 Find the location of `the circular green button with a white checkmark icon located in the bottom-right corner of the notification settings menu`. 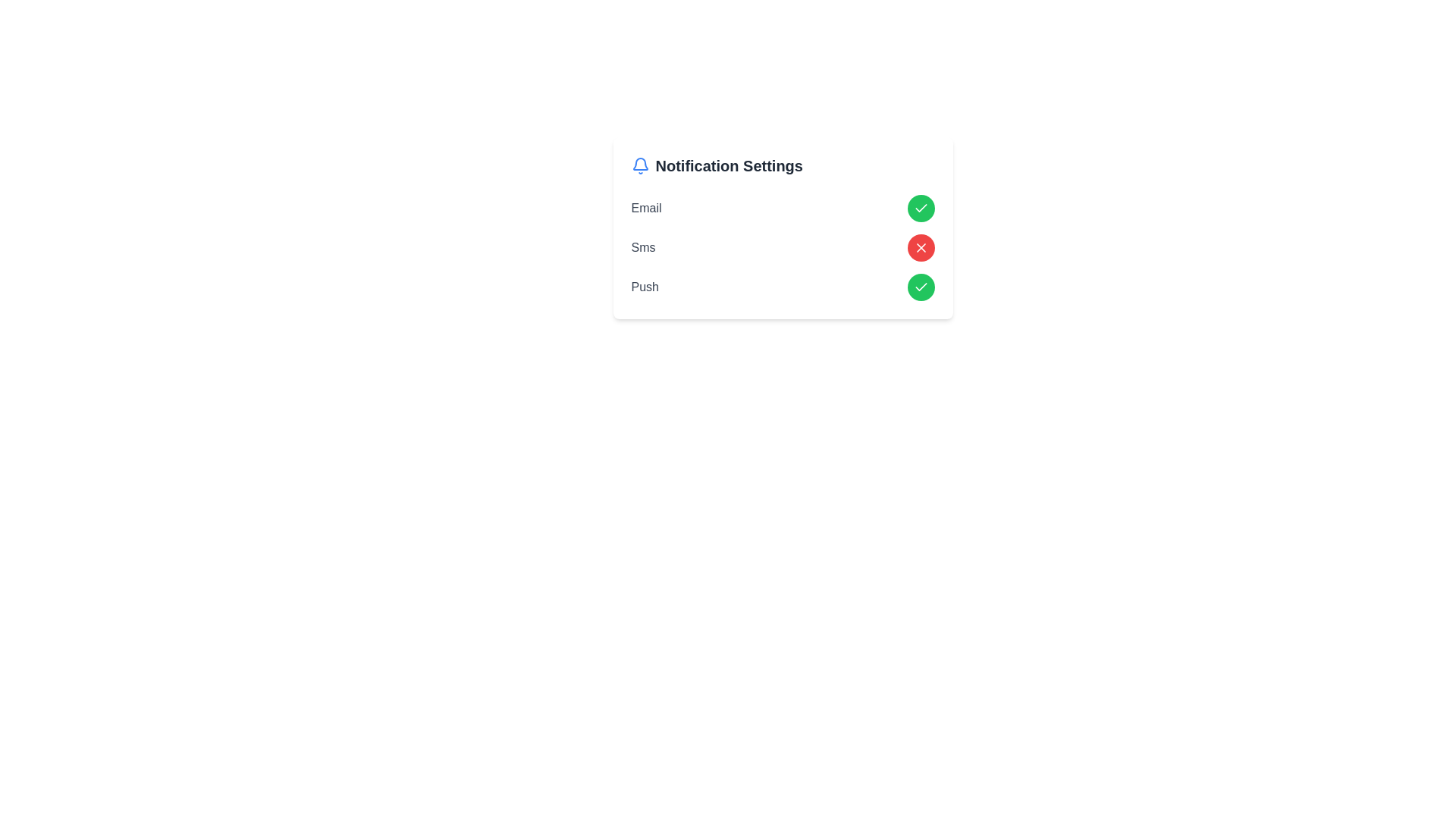

the circular green button with a white checkmark icon located in the bottom-right corner of the notification settings menu is located at coordinates (920, 287).